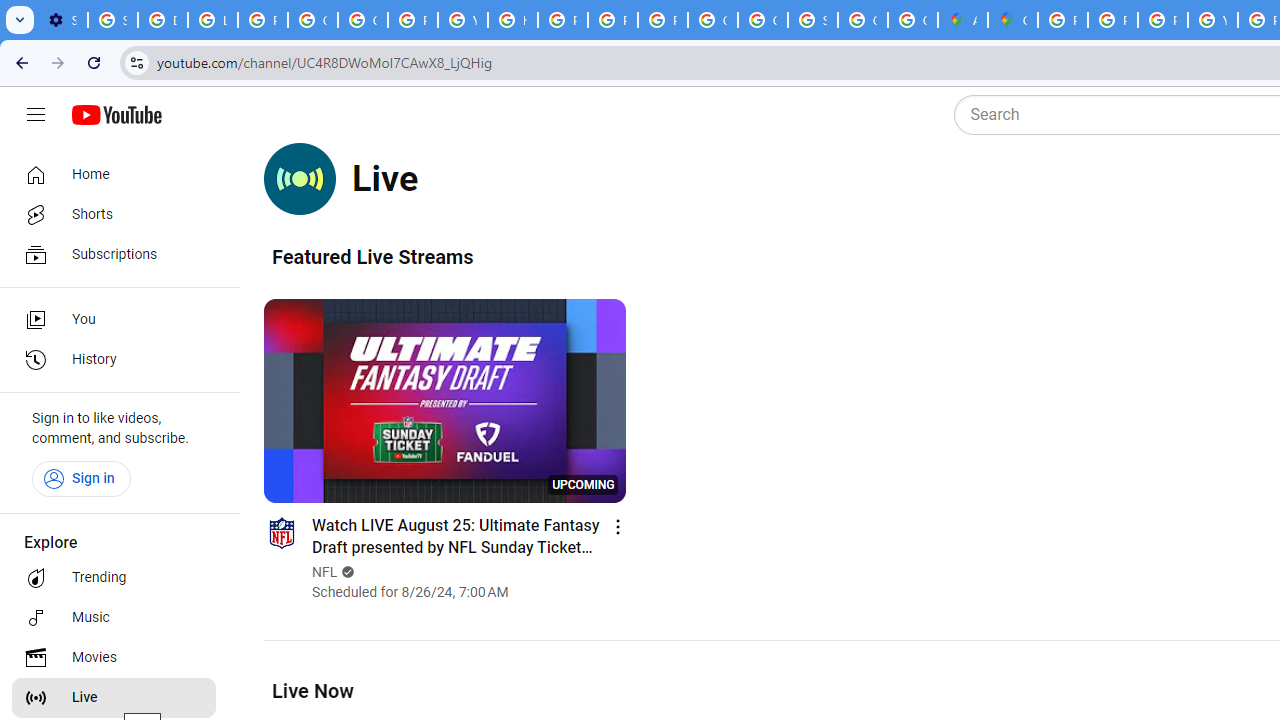  What do you see at coordinates (346, 572) in the screenshot?
I see `'Verified'` at bounding box center [346, 572].